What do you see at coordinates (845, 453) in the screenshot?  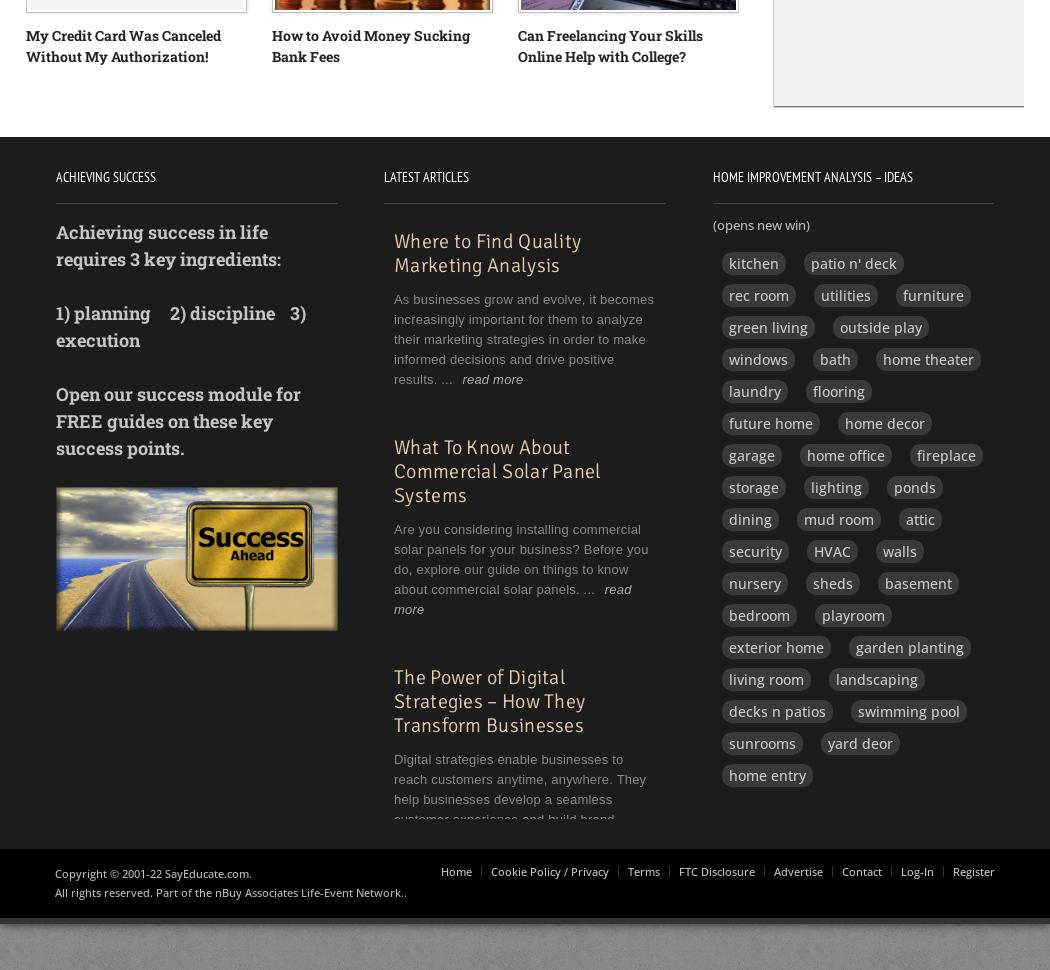 I see `'home office'` at bounding box center [845, 453].